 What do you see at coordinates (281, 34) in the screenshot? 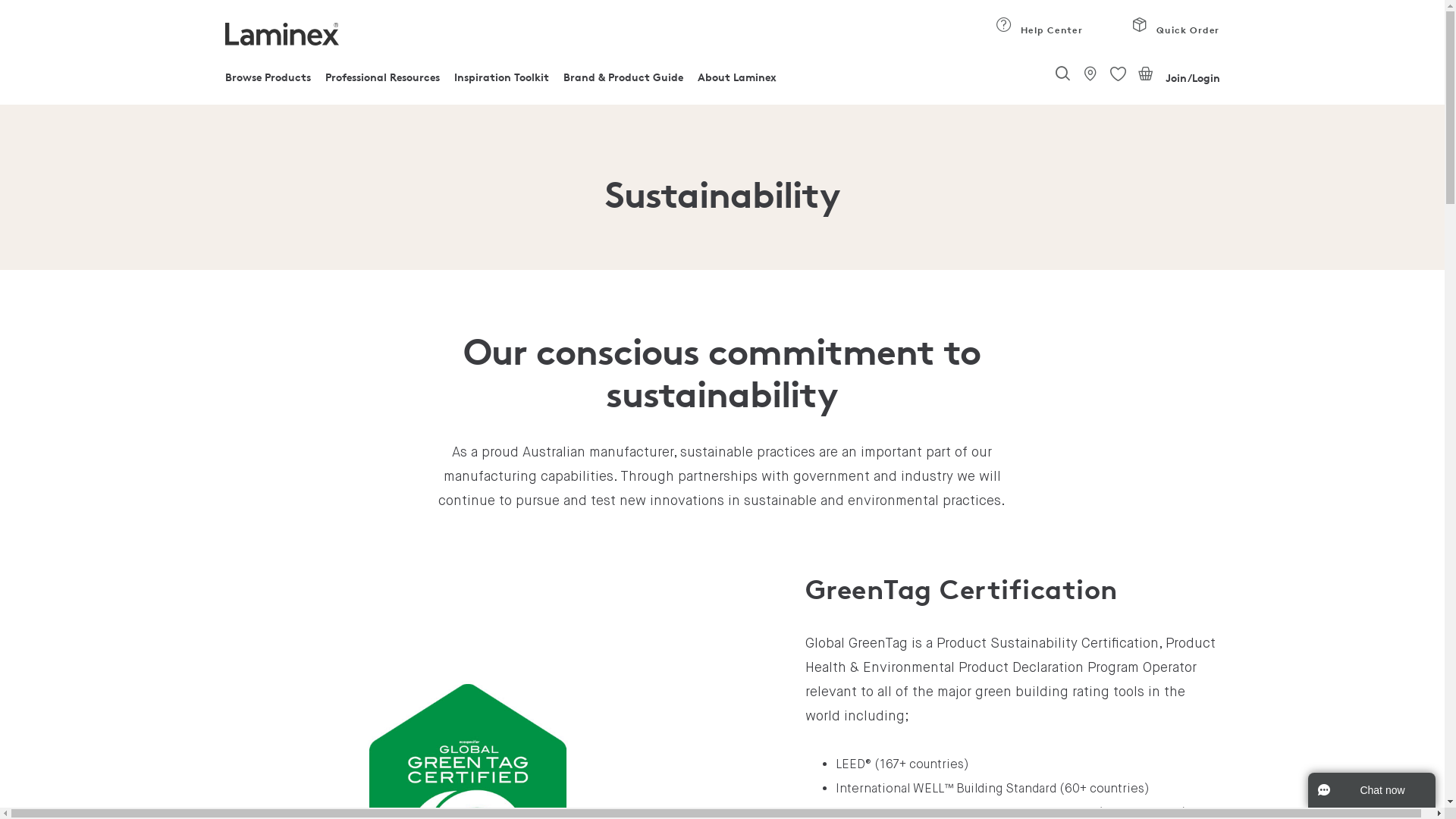
I see `'Laminex logo'` at bounding box center [281, 34].